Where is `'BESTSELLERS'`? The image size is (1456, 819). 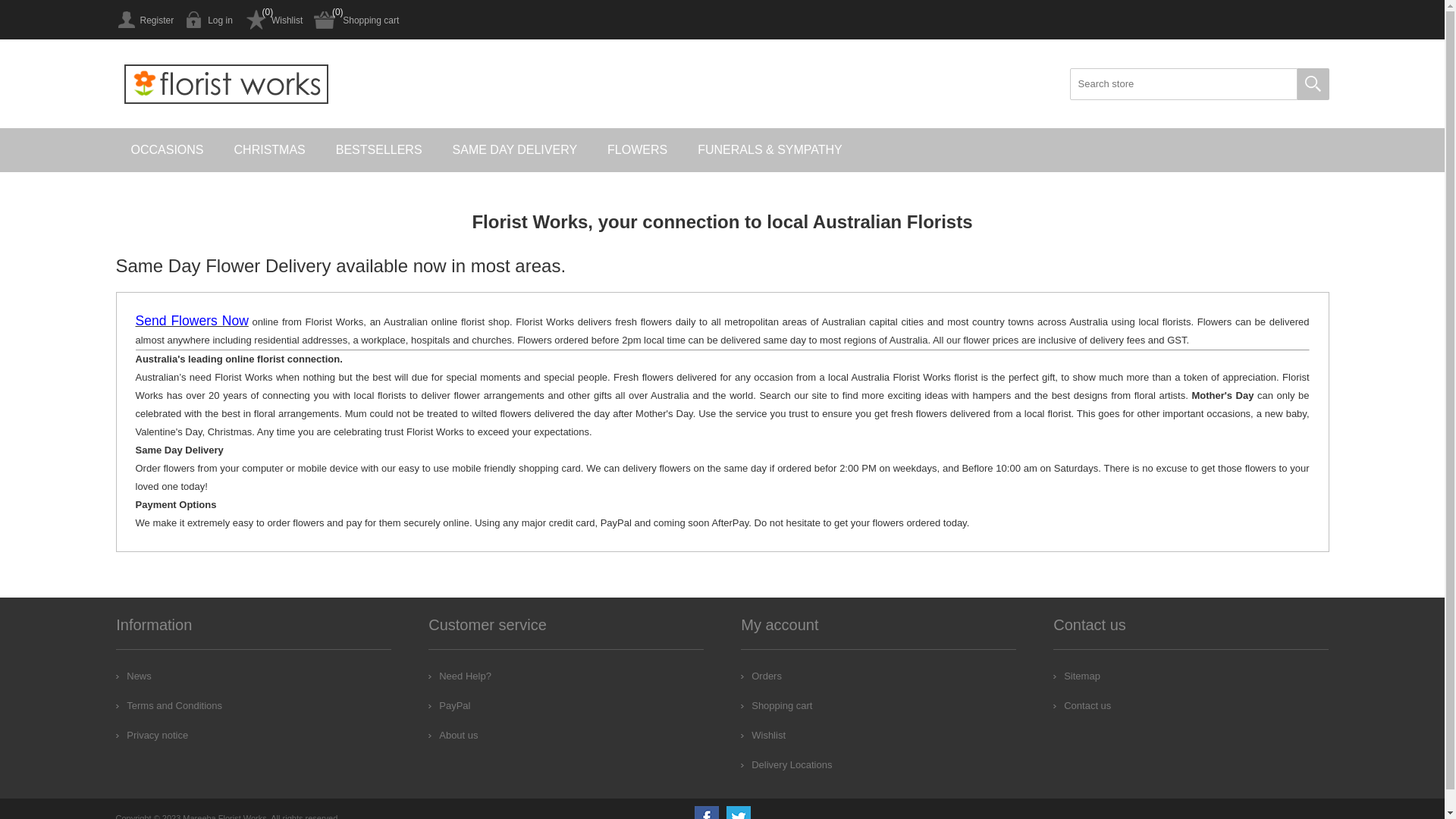 'BESTSELLERS' is located at coordinates (378, 149).